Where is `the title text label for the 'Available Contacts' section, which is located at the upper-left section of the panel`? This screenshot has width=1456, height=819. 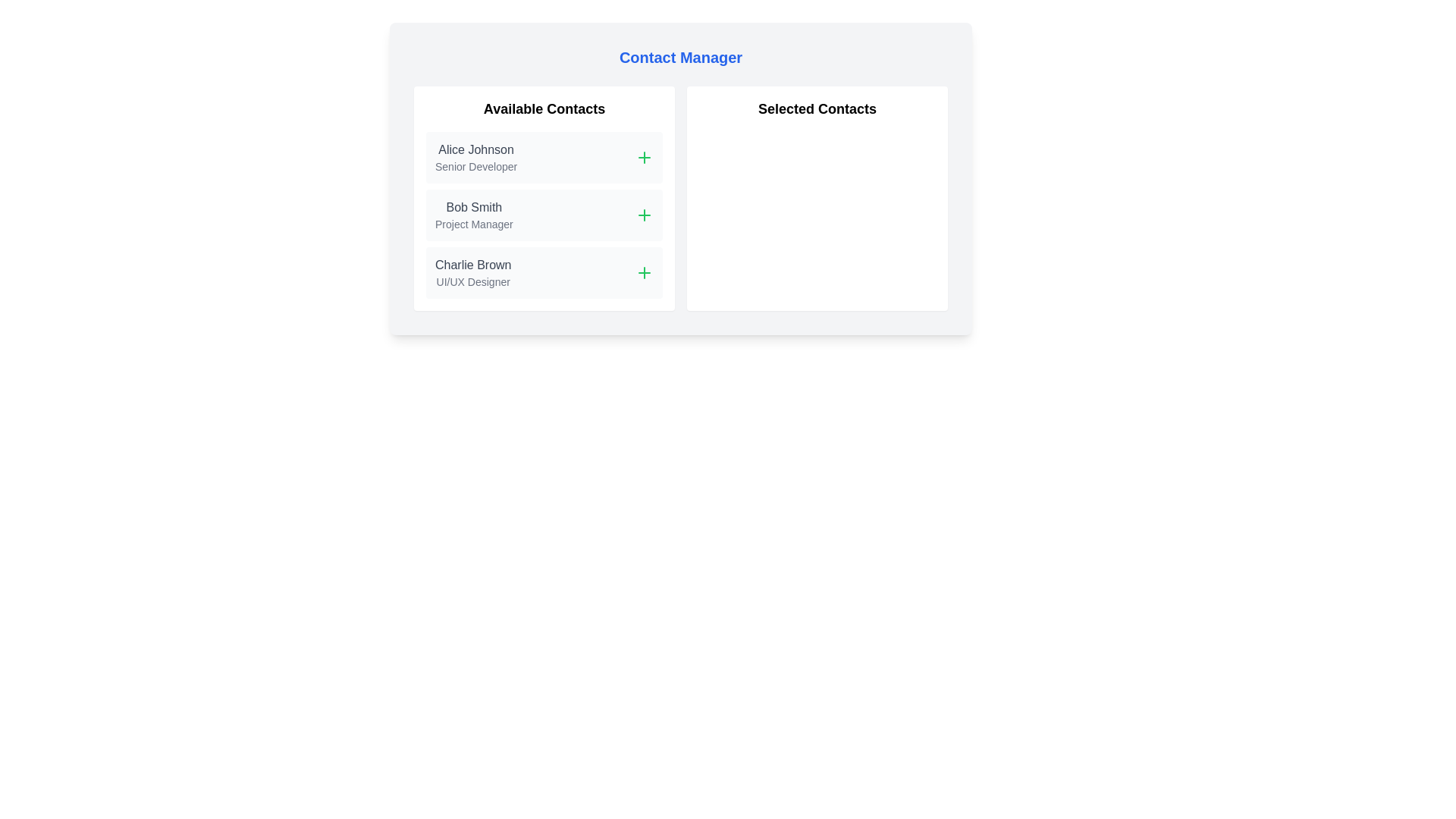
the title text label for the 'Available Contacts' section, which is located at the upper-left section of the panel is located at coordinates (544, 108).